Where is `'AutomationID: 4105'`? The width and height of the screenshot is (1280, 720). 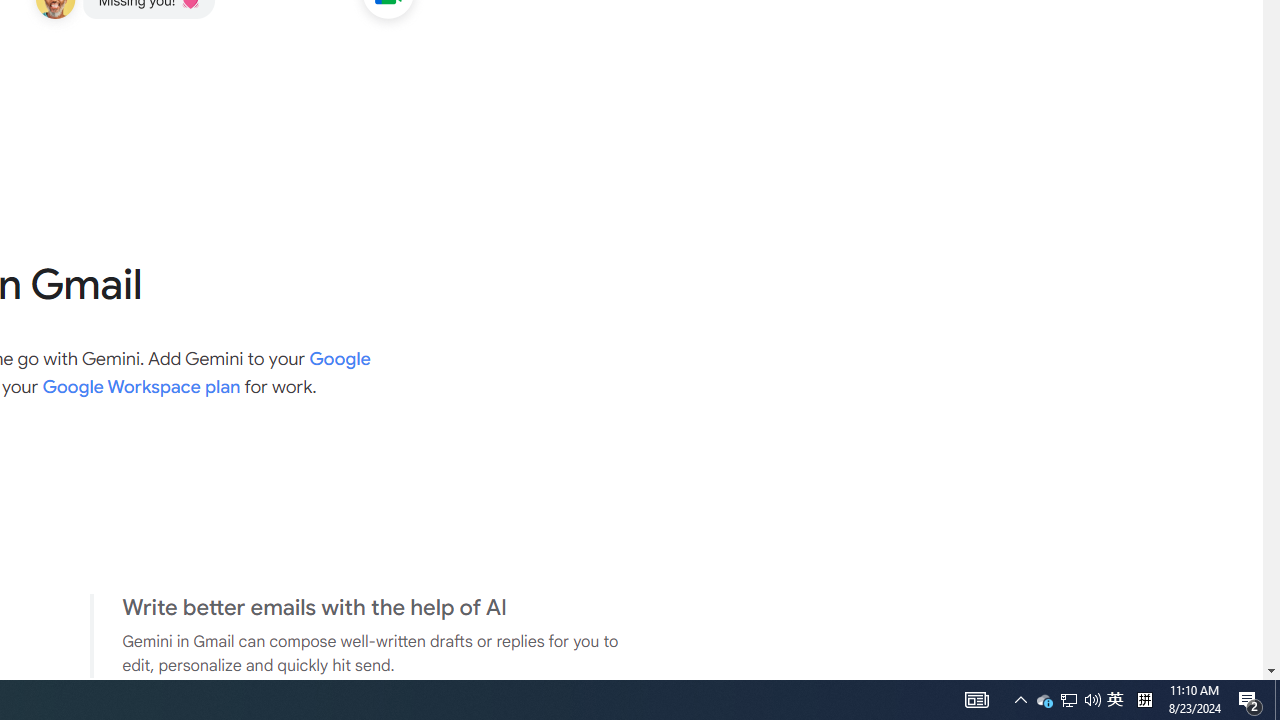 'AutomationID: 4105' is located at coordinates (1020, 698).